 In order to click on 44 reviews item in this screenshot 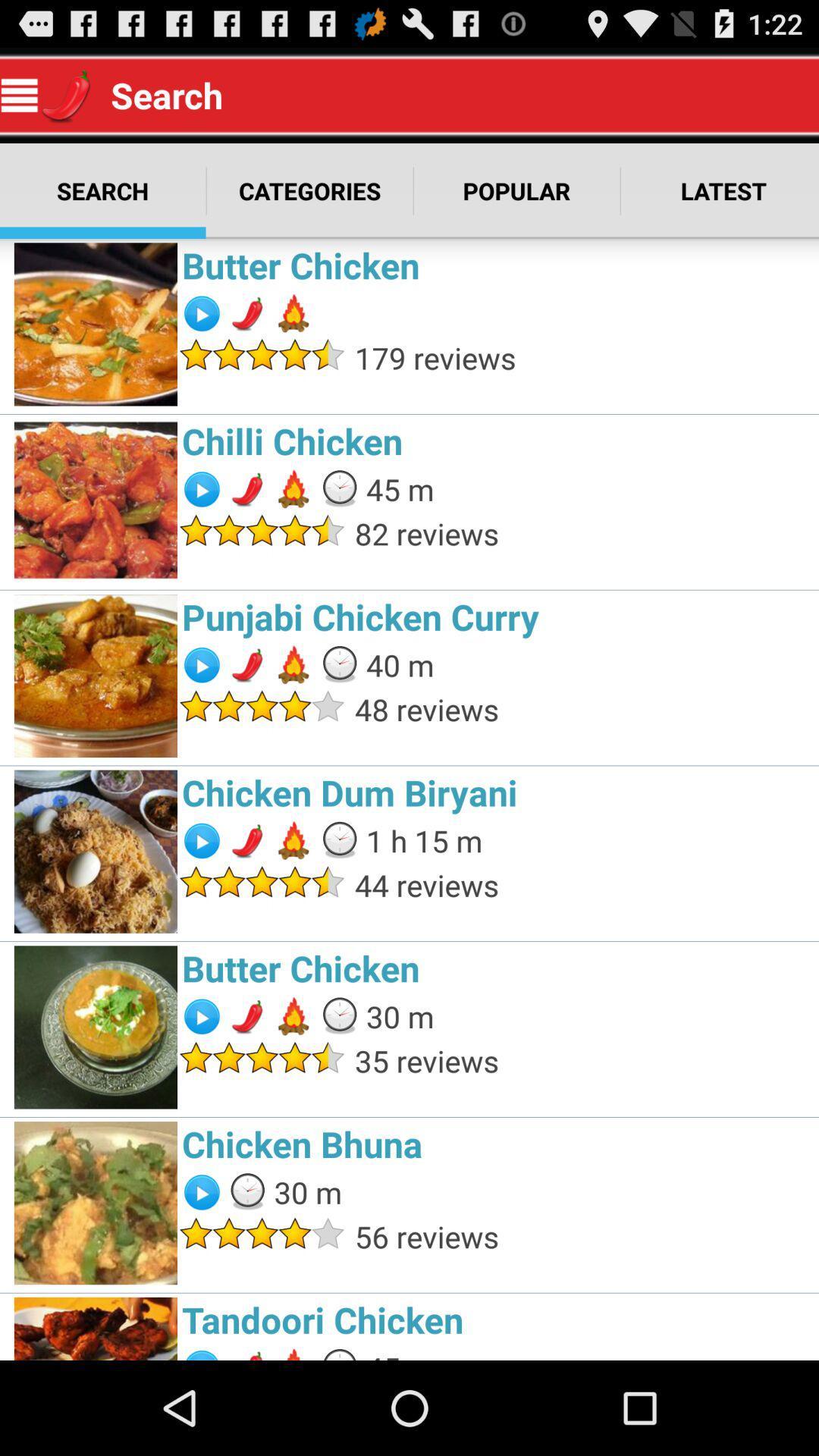, I will do `click(582, 885)`.